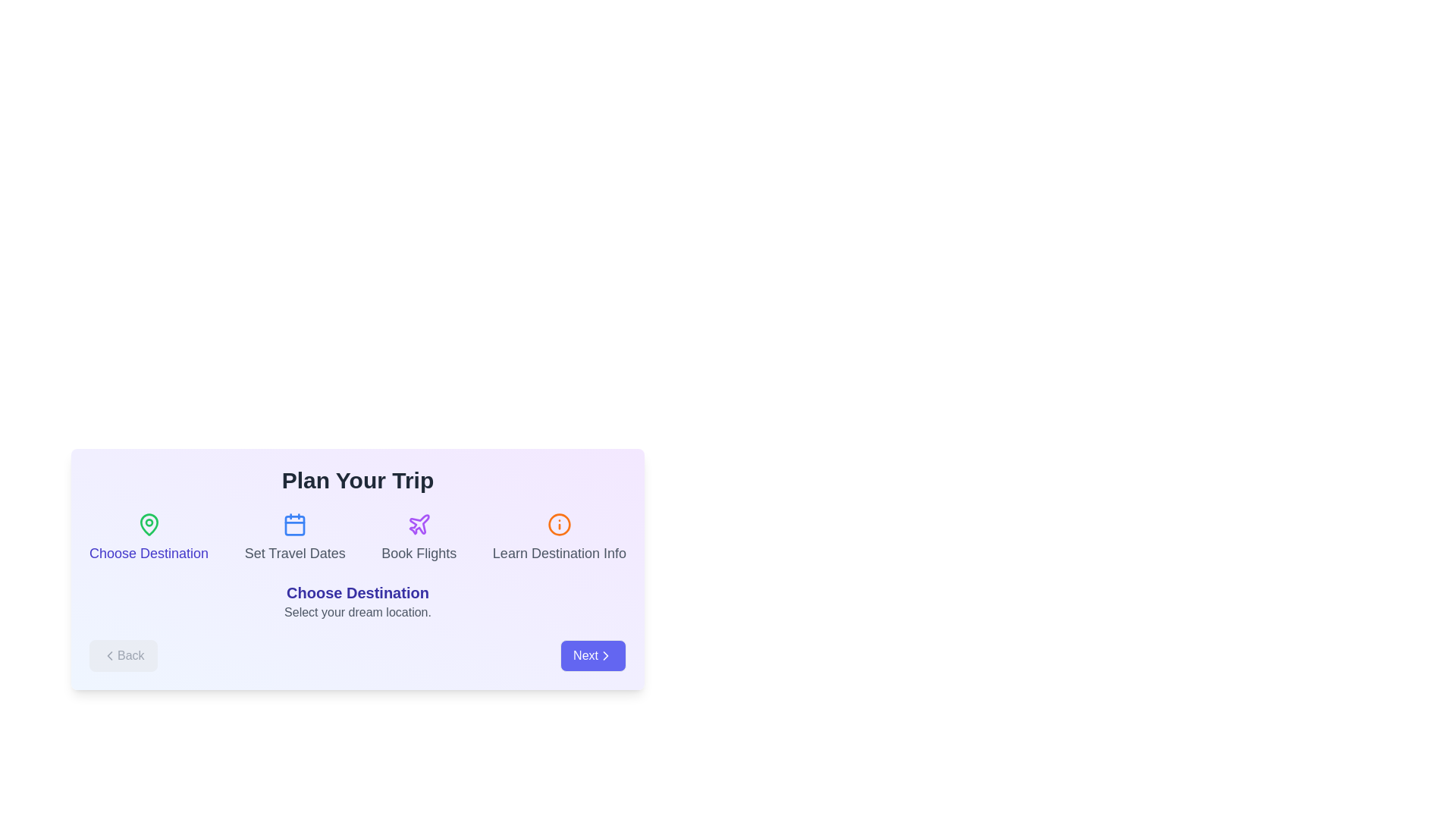 The width and height of the screenshot is (1456, 819). What do you see at coordinates (108, 654) in the screenshot?
I see `the backward navigation icon located in the lower-left corner of the interface, labeled with the text 'Back'` at bounding box center [108, 654].